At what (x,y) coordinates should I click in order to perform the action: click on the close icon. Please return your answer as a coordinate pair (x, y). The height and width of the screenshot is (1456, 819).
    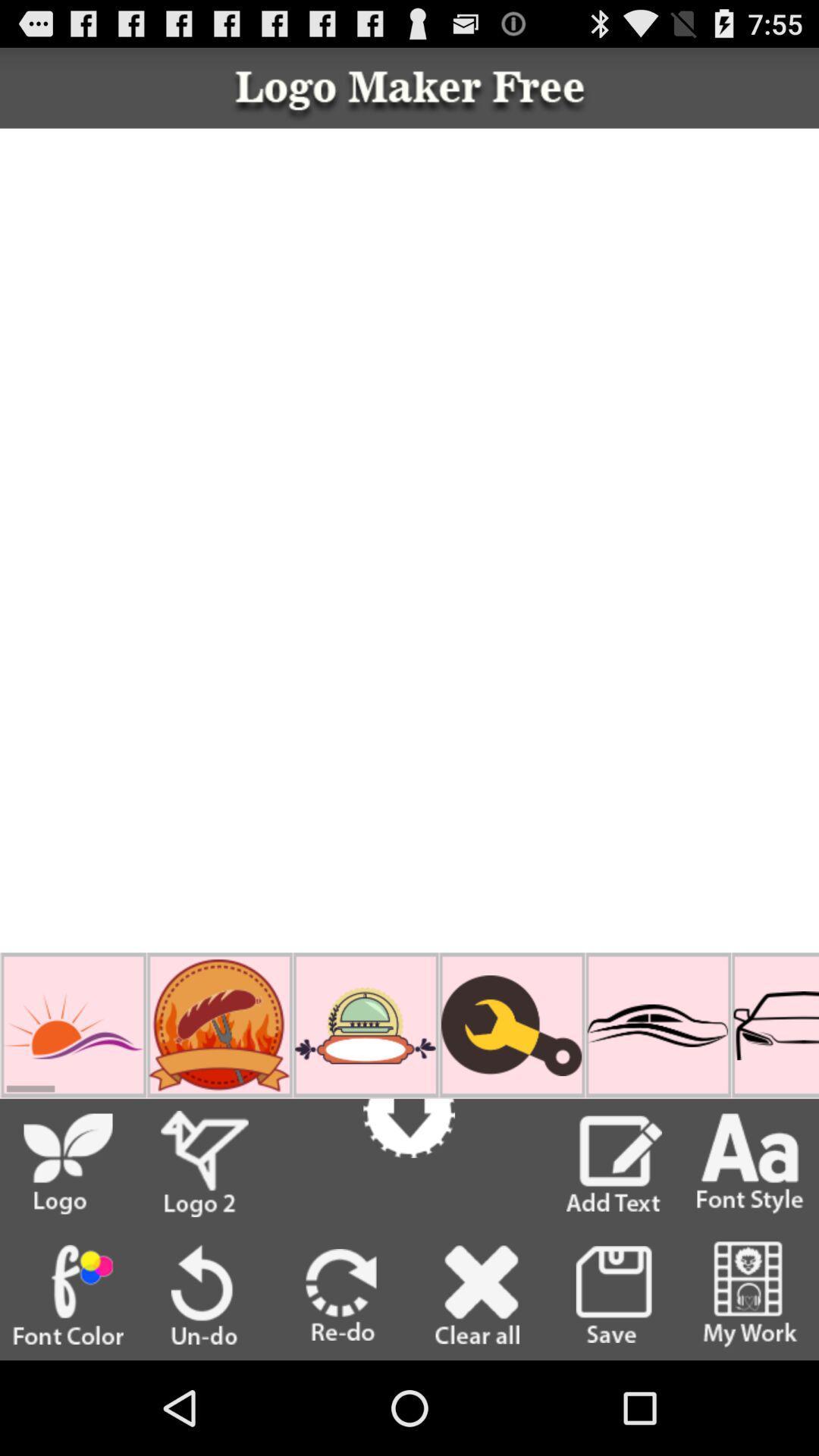
    Looking at the image, I should click on (476, 1385).